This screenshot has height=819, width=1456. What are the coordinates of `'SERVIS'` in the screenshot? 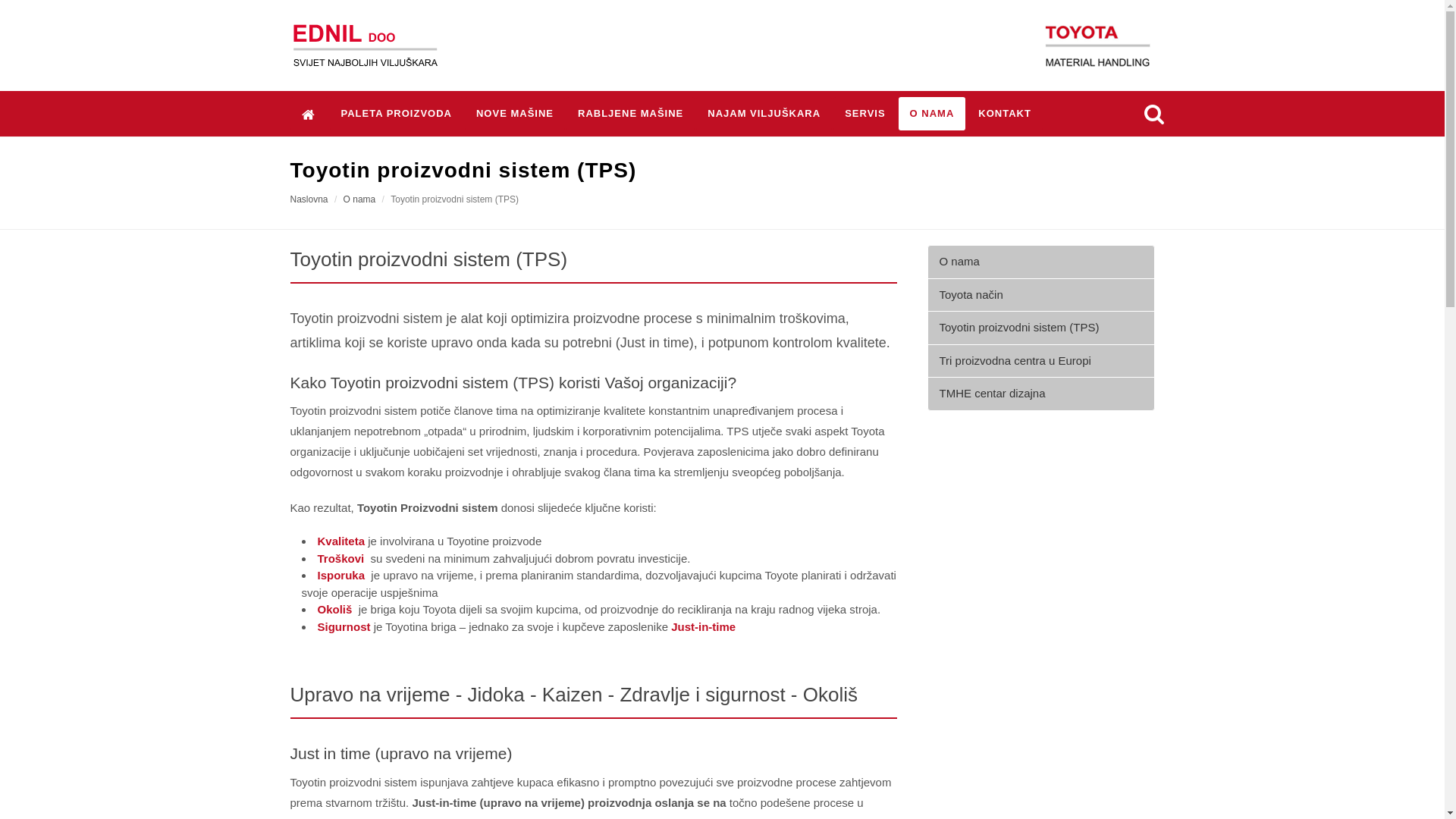 It's located at (864, 113).